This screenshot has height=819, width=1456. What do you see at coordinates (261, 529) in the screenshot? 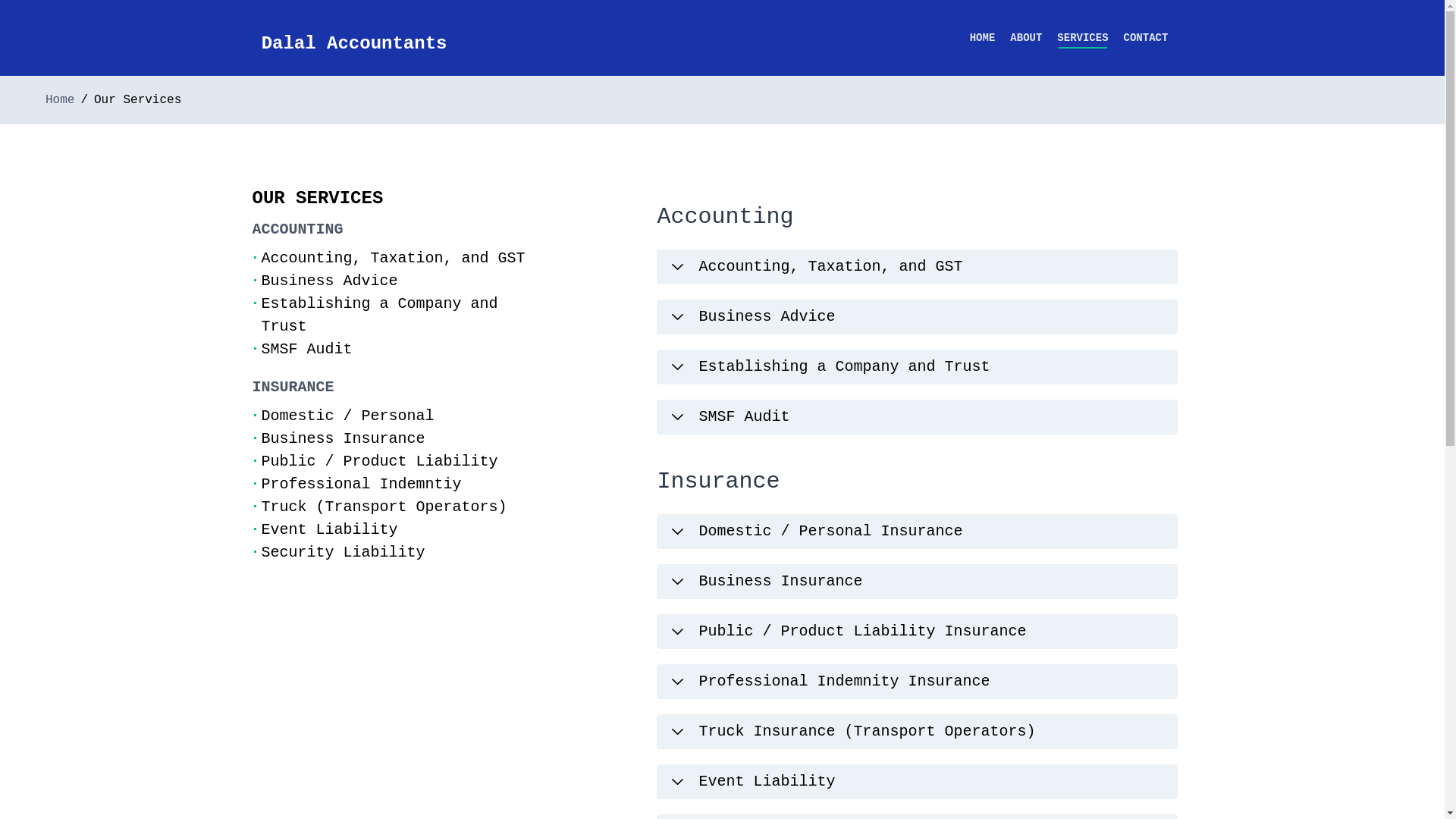
I see `'Event Liability'` at bounding box center [261, 529].